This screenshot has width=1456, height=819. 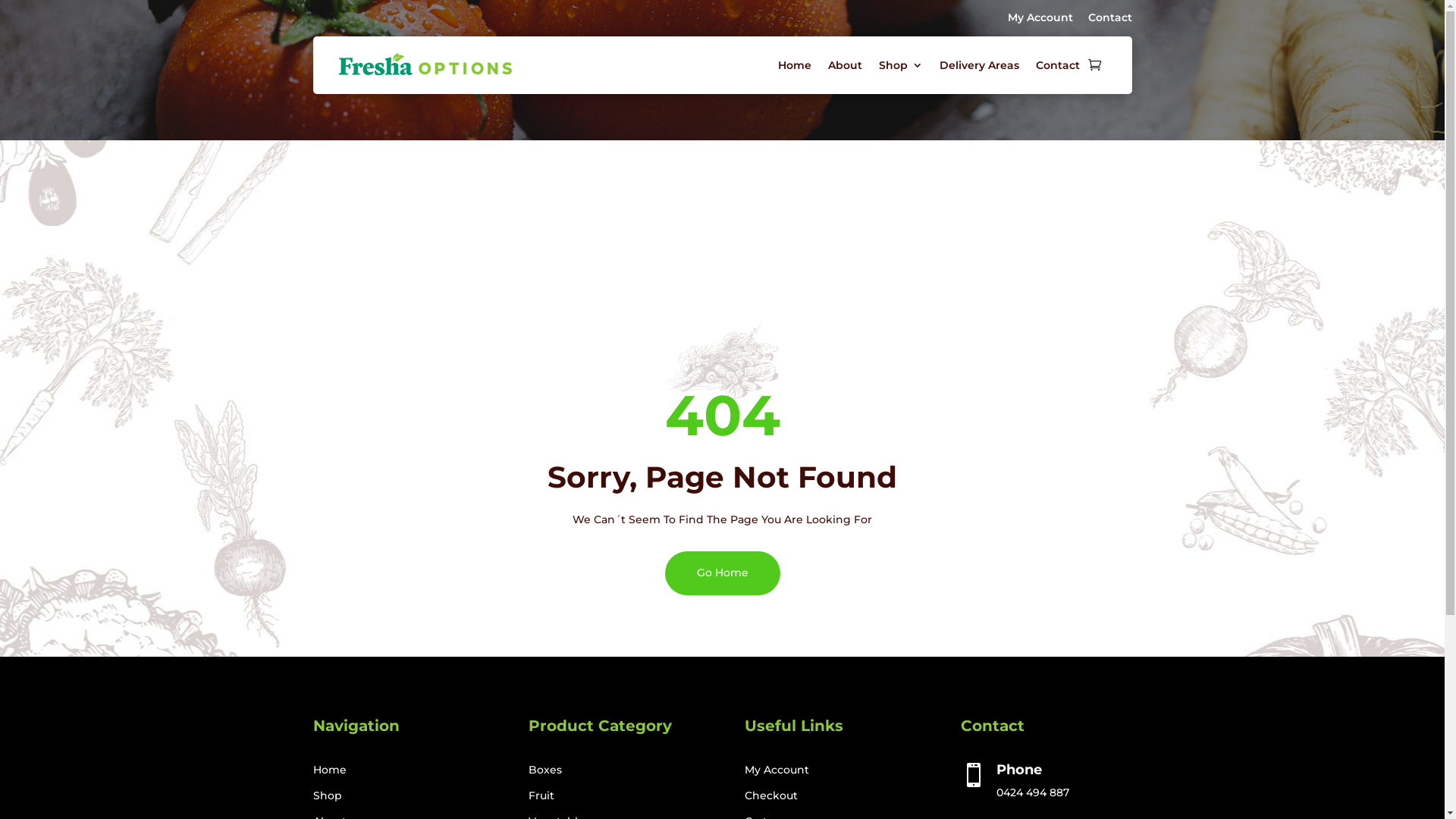 What do you see at coordinates (541, 795) in the screenshot?
I see `'Fruit'` at bounding box center [541, 795].